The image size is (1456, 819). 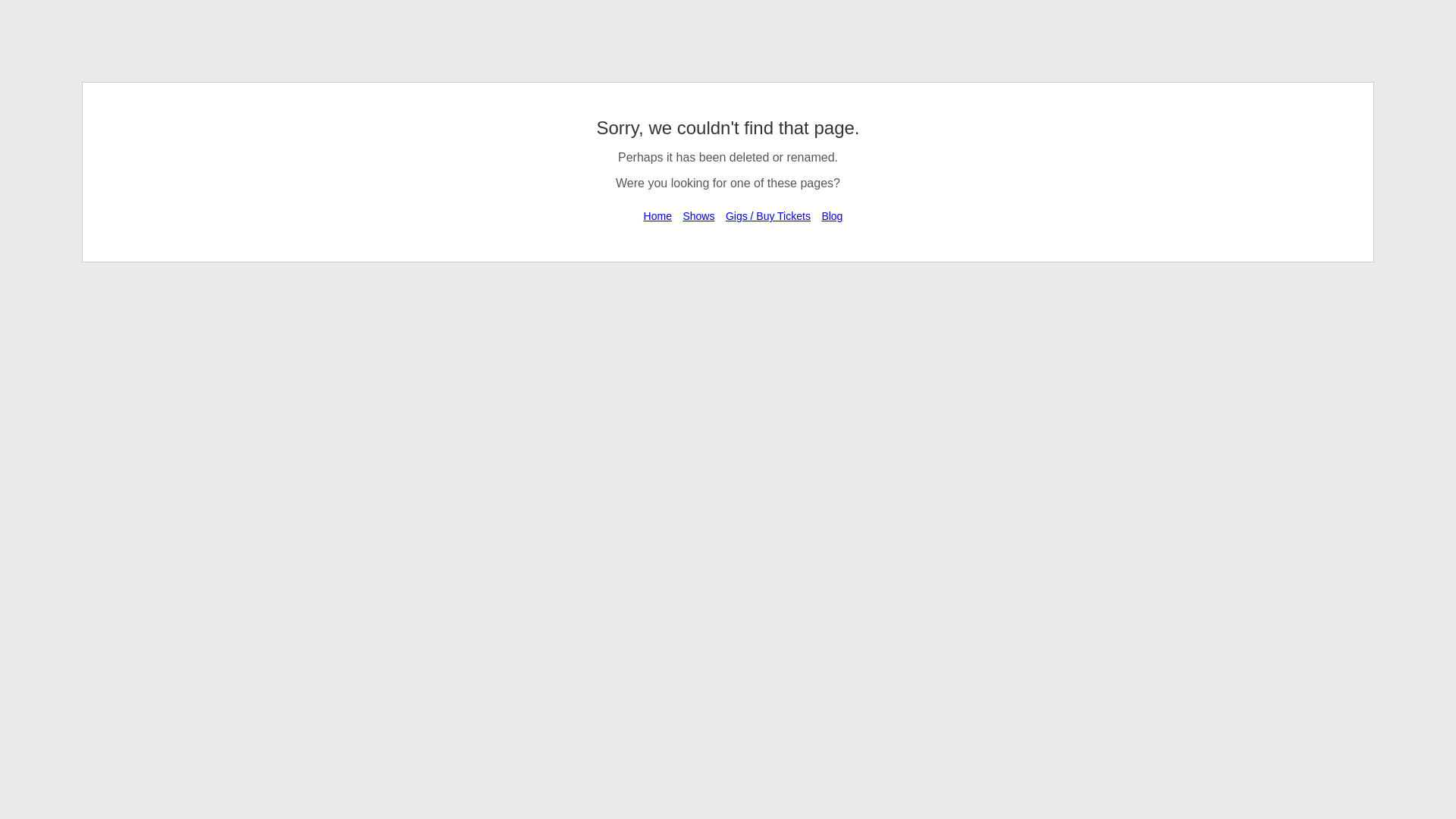 What do you see at coordinates (698, 216) in the screenshot?
I see `'Shows'` at bounding box center [698, 216].